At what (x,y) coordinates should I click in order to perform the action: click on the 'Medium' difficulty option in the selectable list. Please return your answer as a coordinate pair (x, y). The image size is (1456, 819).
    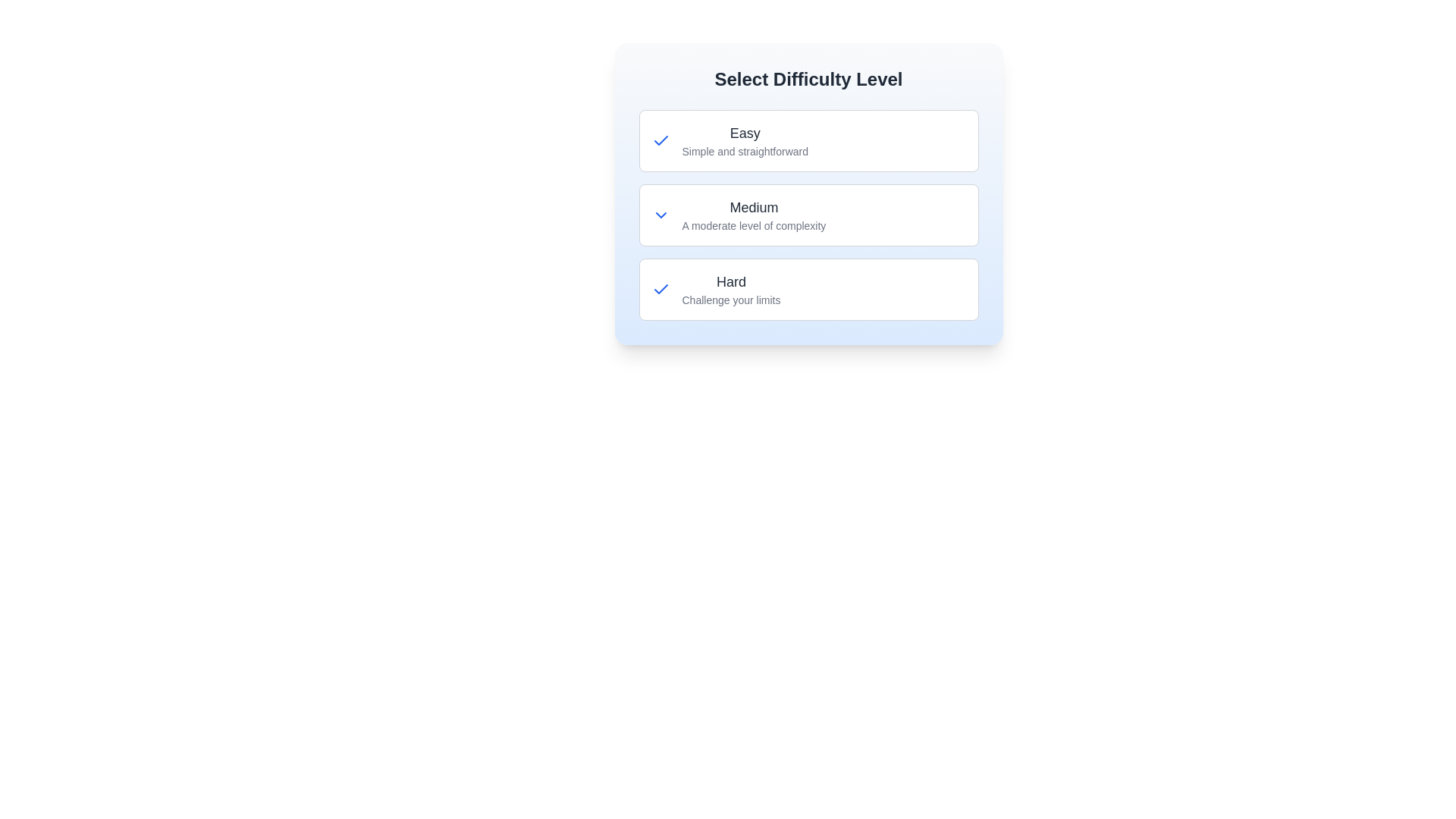
    Looking at the image, I should click on (808, 215).